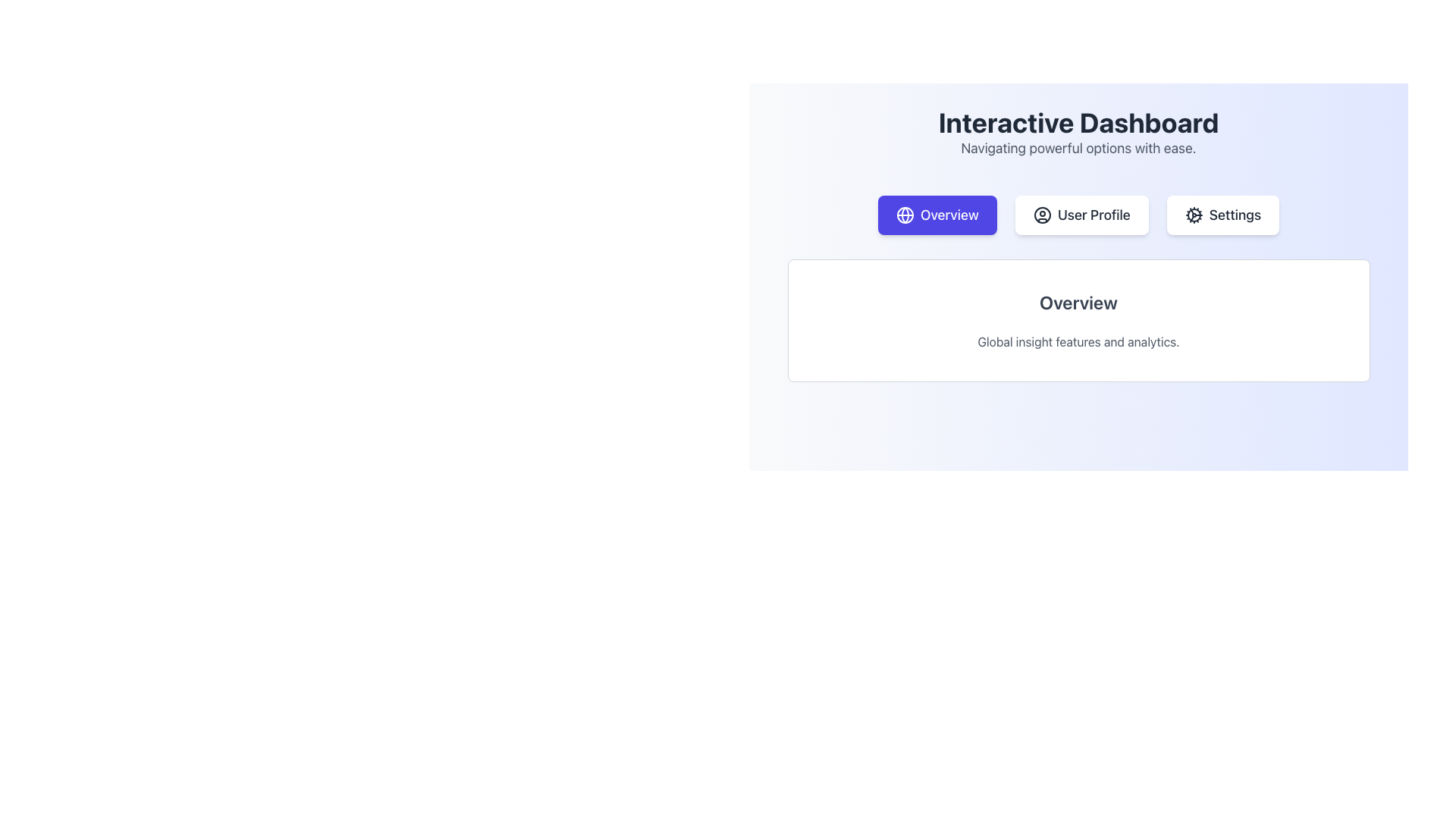  I want to click on the 'Overview' text label within the blue button, so click(949, 215).